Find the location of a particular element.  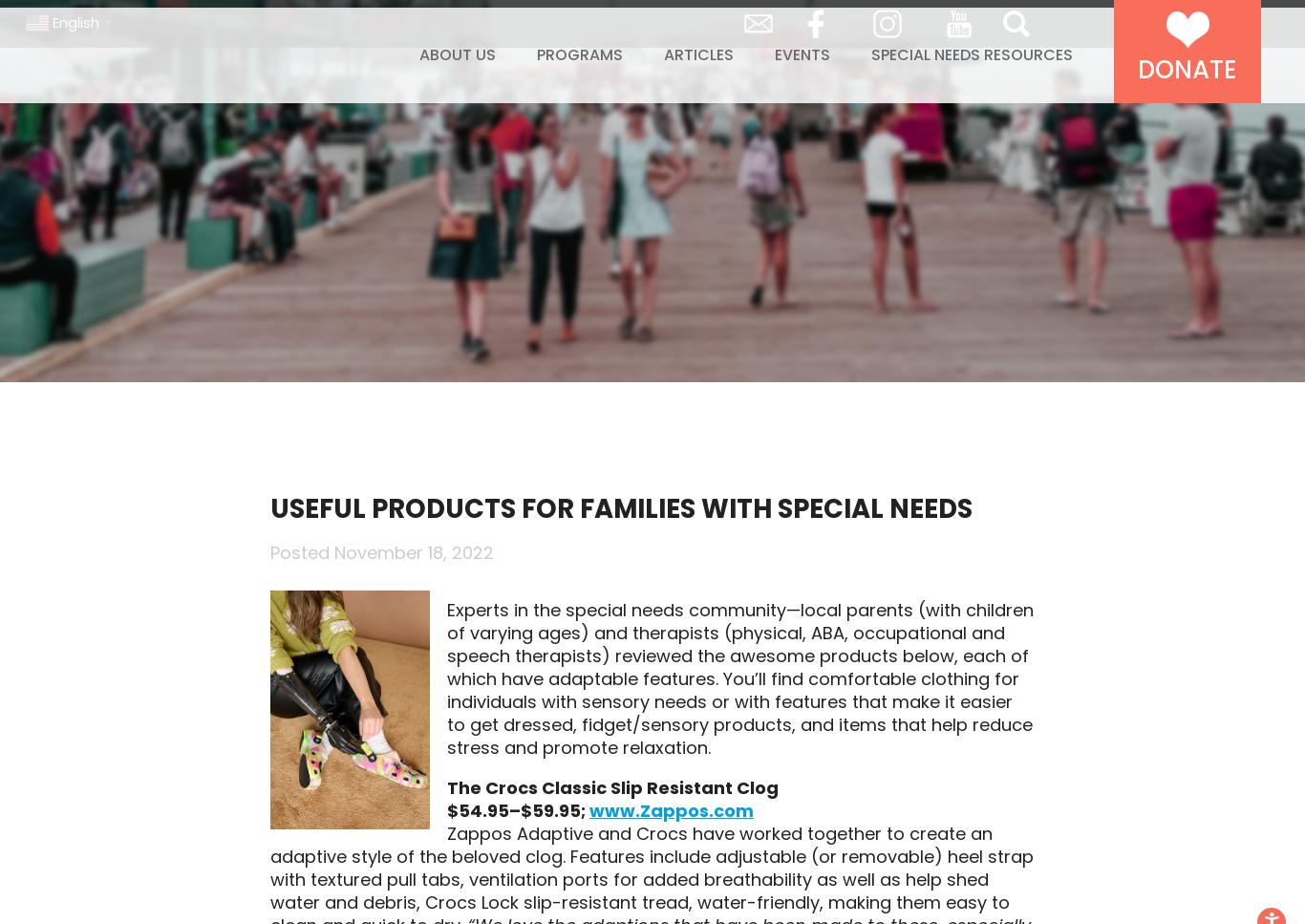

'Articles' is located at coordinates (664, 95).